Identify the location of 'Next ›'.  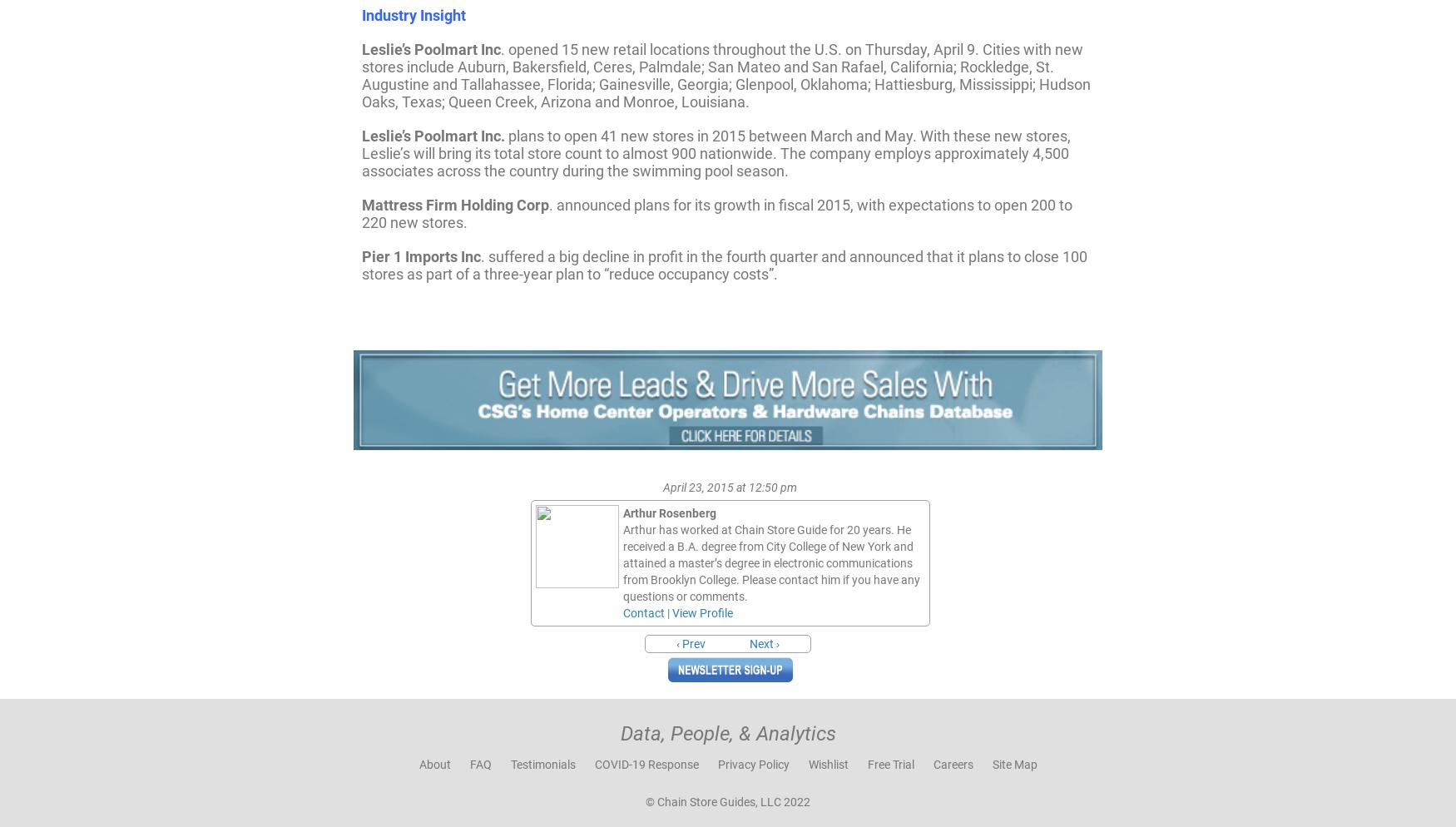
(749, 642).